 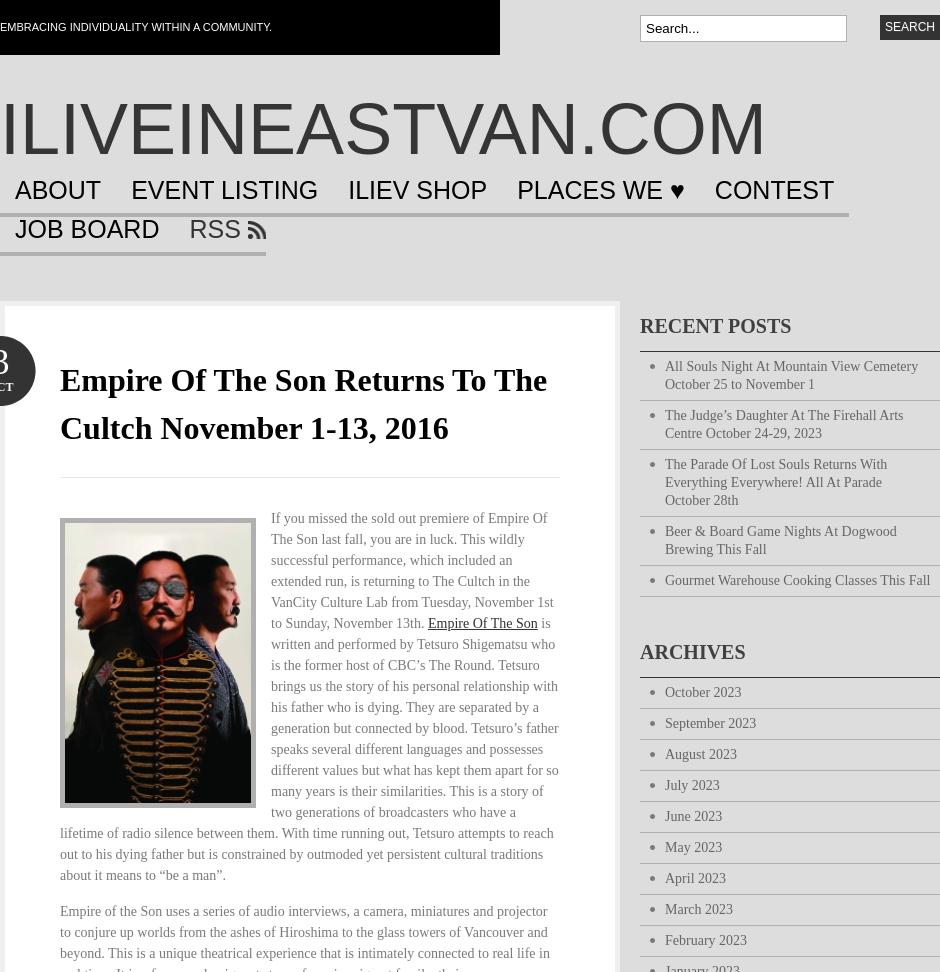 What do you see at coordinates (715, 325) in the screenshot?
I see `'Recent Posts'` at bounding box center [715, 325].